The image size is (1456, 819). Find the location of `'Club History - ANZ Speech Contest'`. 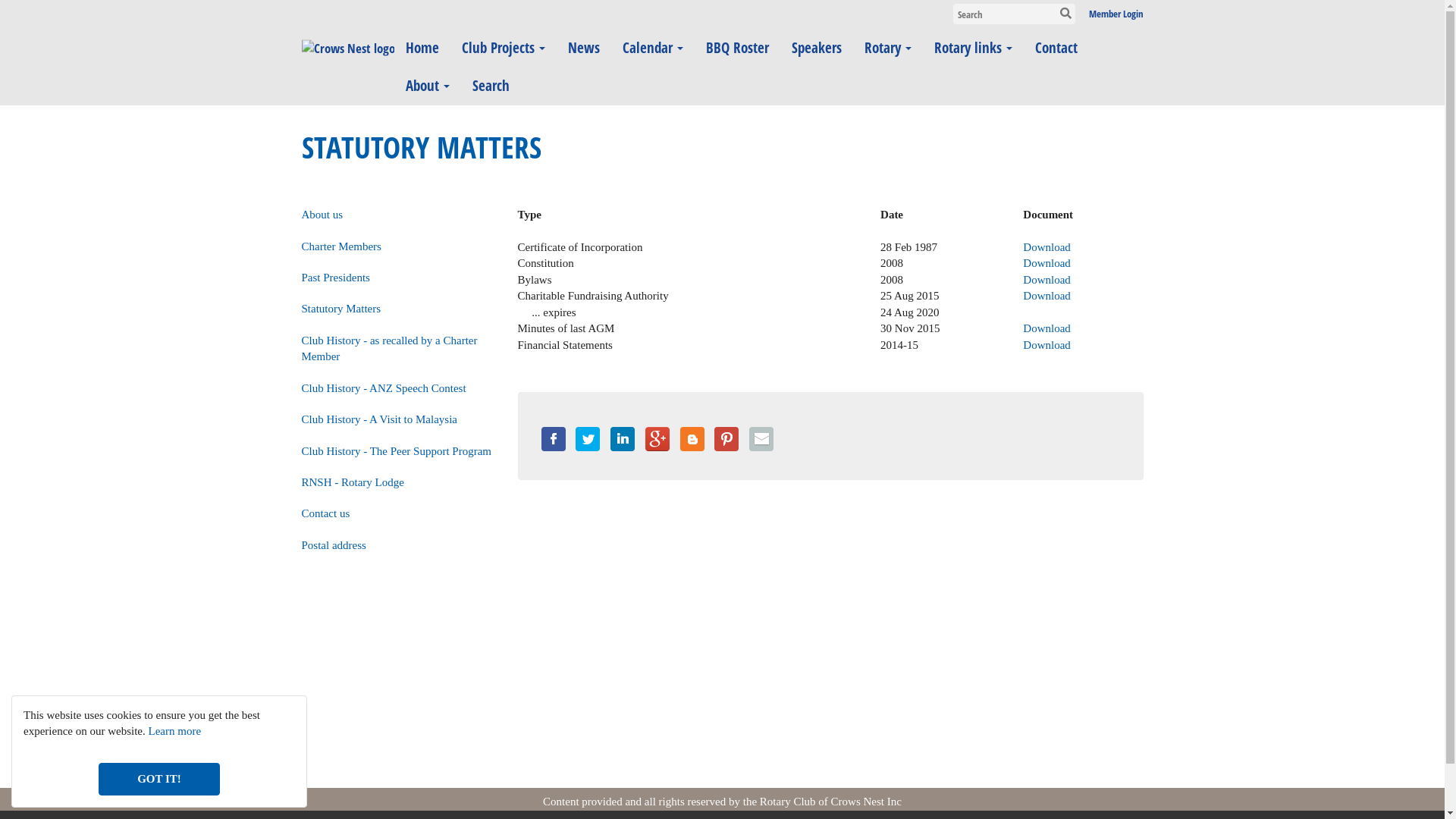

'Club History - ANZ Speech Contest' is located at coordinates (384, 388).